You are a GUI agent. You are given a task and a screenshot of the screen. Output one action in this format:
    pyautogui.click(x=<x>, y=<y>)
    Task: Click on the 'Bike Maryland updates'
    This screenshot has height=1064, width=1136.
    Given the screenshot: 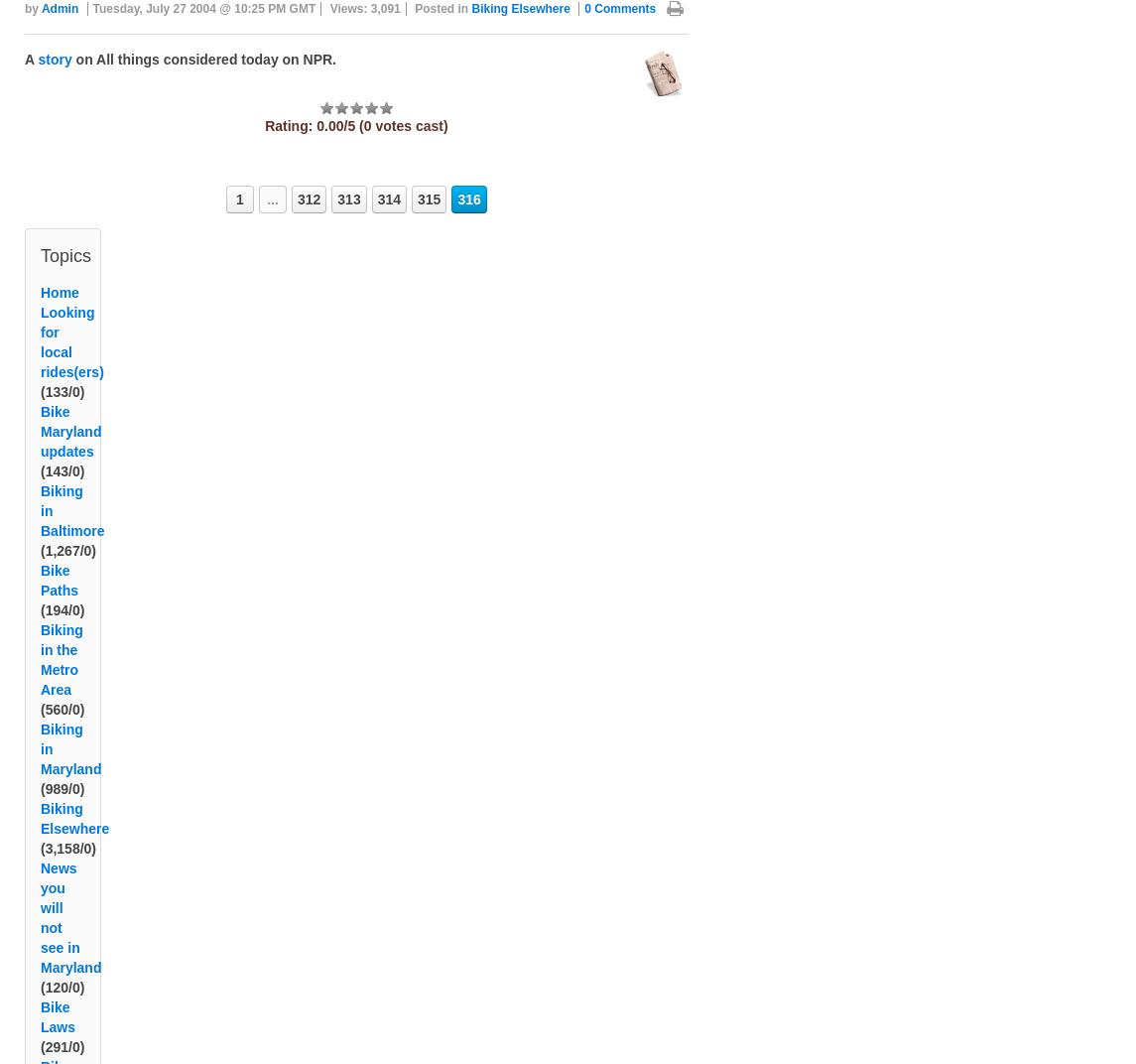 What is the action you would take?
    pyautogui.click(x=70, y=455)
    